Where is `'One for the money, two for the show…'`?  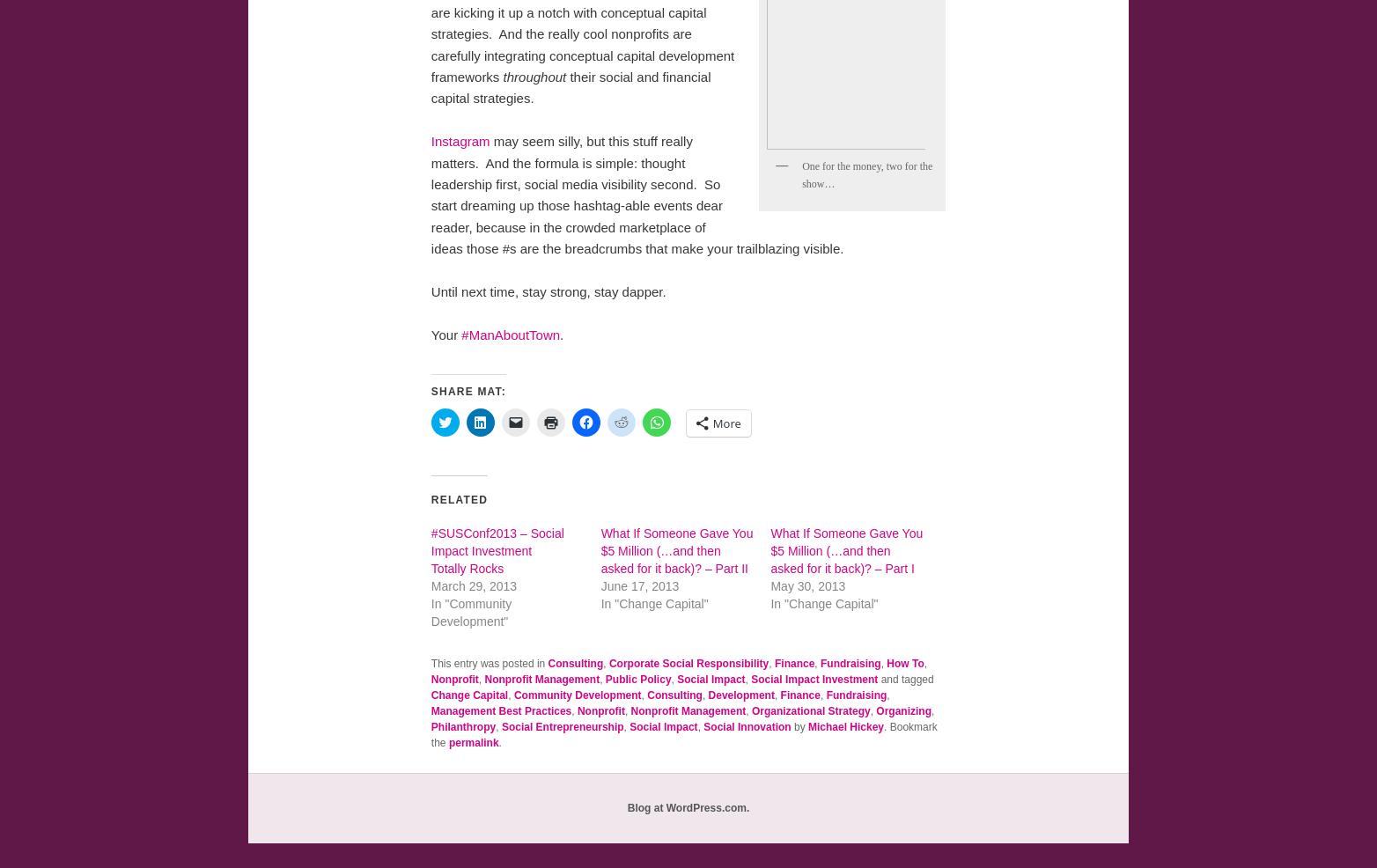 'One for the money, two for the show…' is located at coordinates (802, 173).